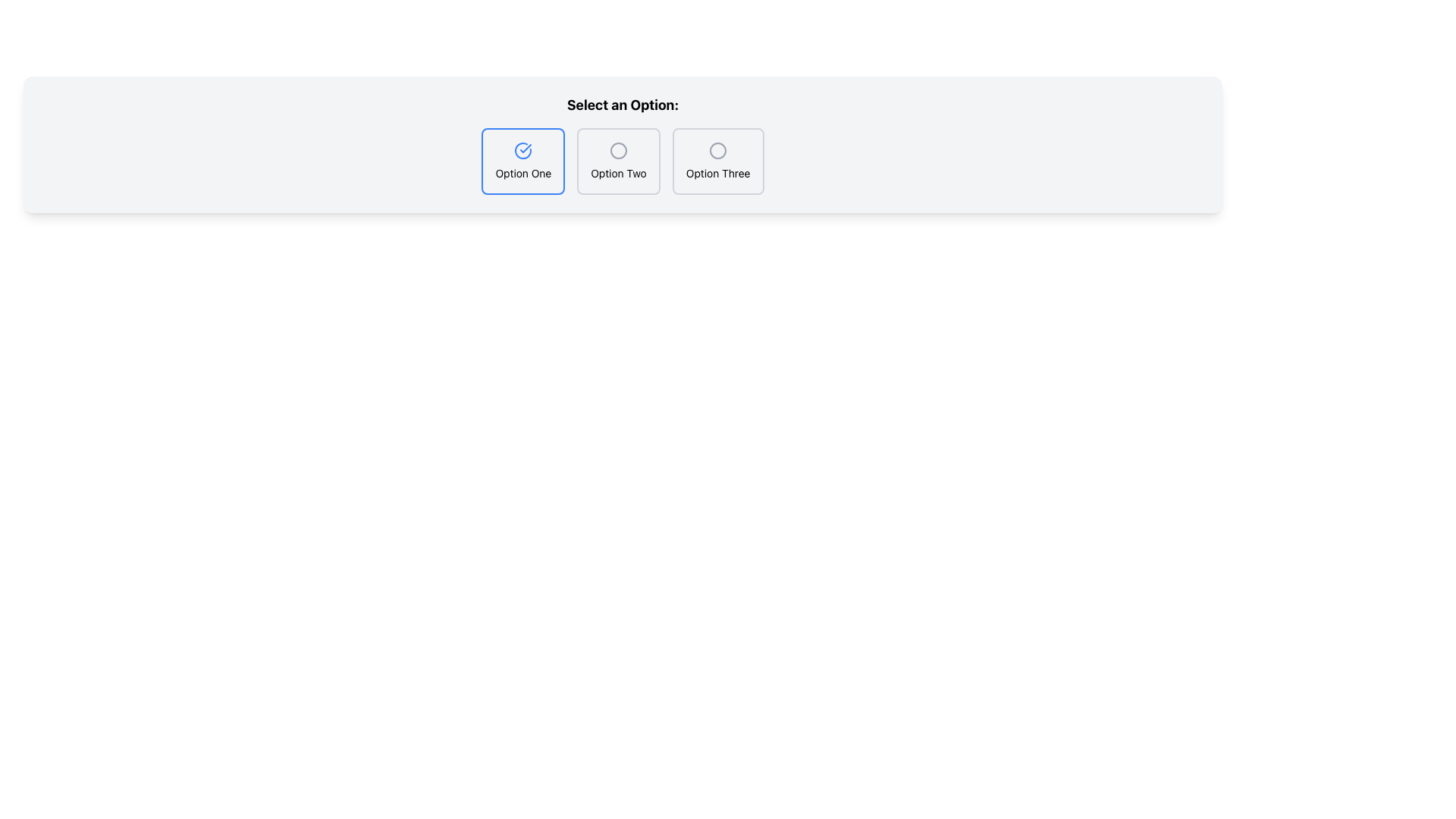  What do you see at coordinates (623, 161) in the screenshot?
I see `the radio button group containing 'Option One', 'Option Two', and 'Option Three'` at bounding box center [623, 161].